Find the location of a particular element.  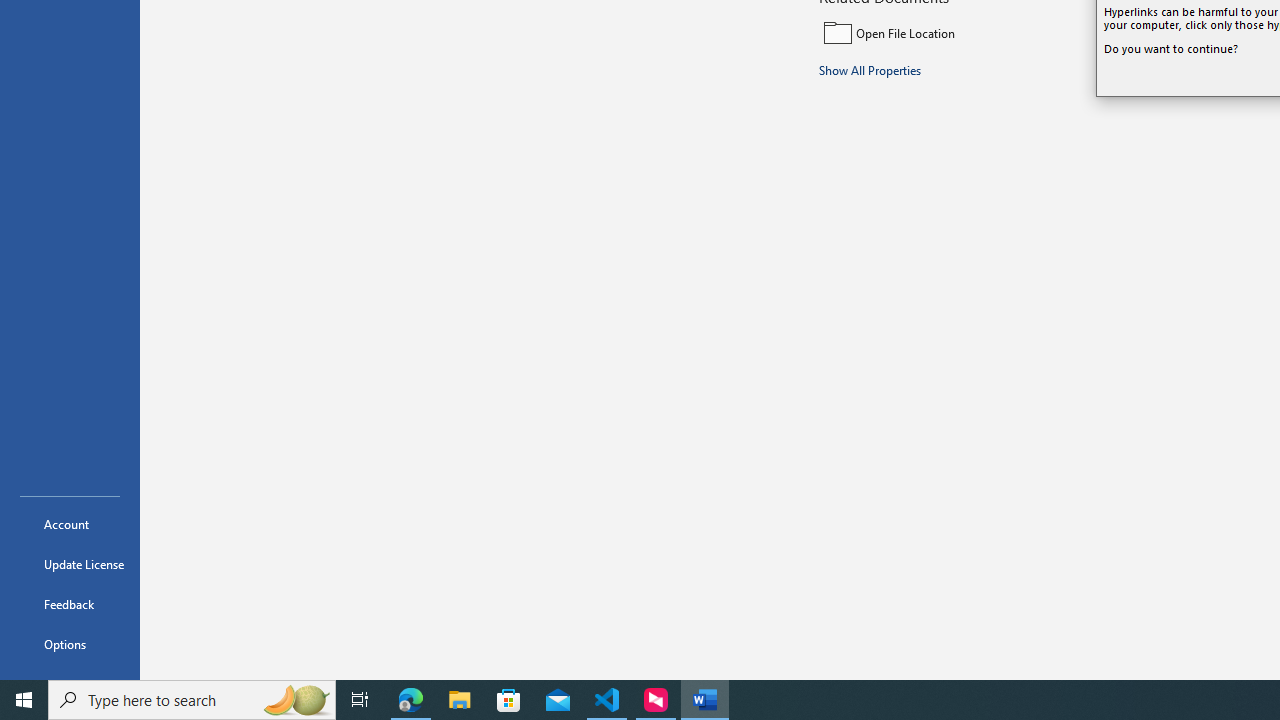

'Word - 1 running window' is located at coordinates (705, 698).